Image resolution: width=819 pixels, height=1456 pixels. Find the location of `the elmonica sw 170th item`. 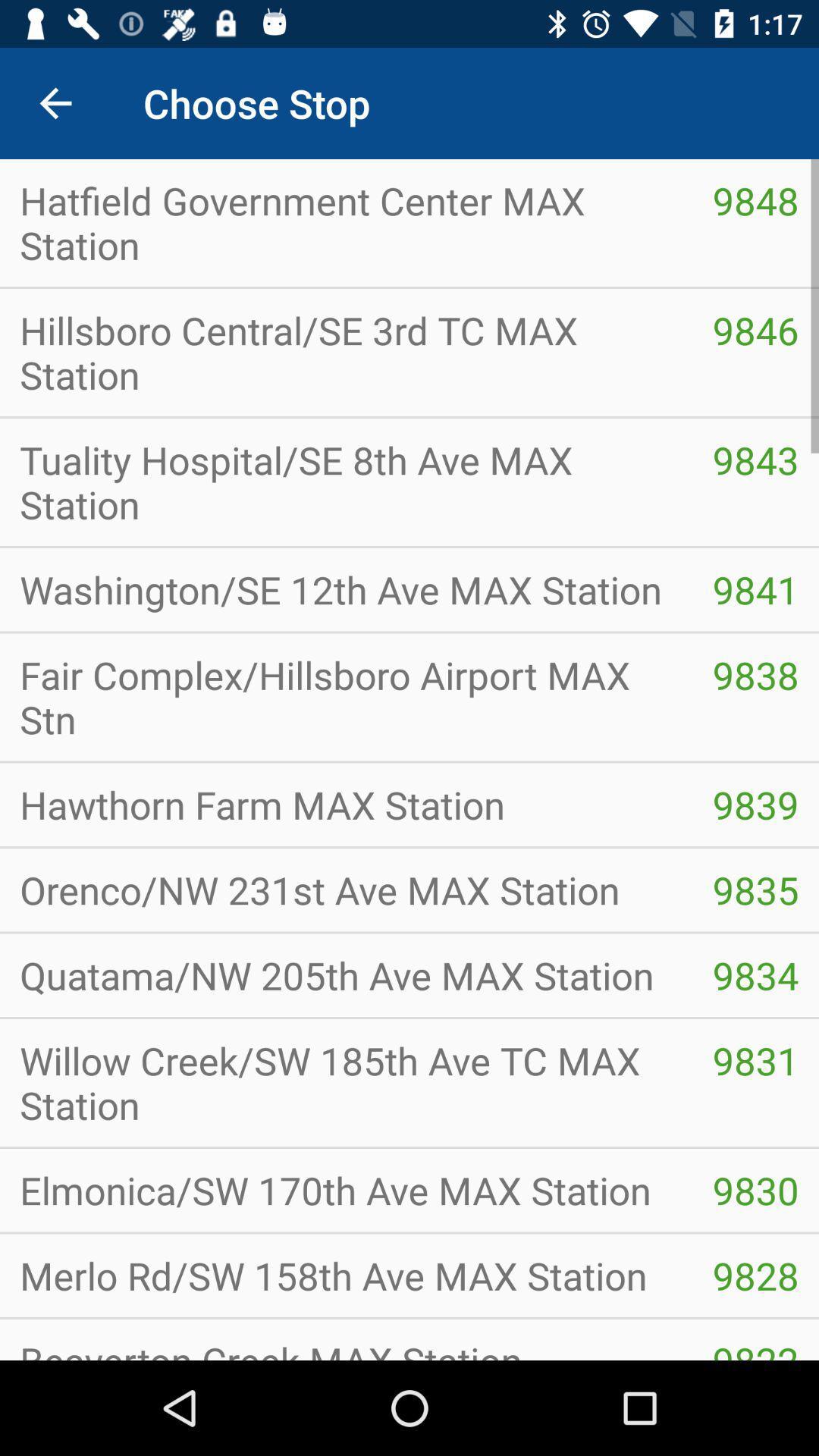

the elmonica sw 170th item is located at coordinates (346, 1189).